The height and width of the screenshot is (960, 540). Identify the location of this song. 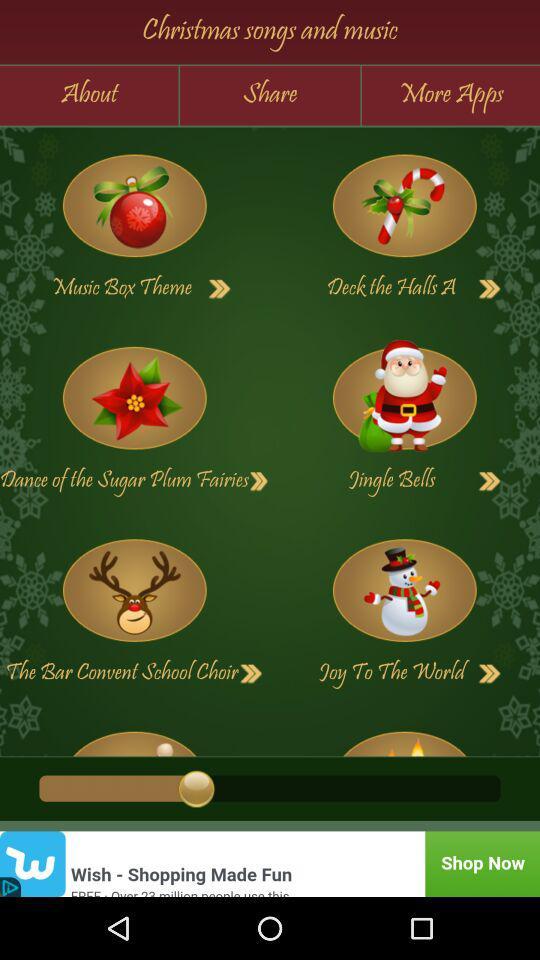
(134, 736).